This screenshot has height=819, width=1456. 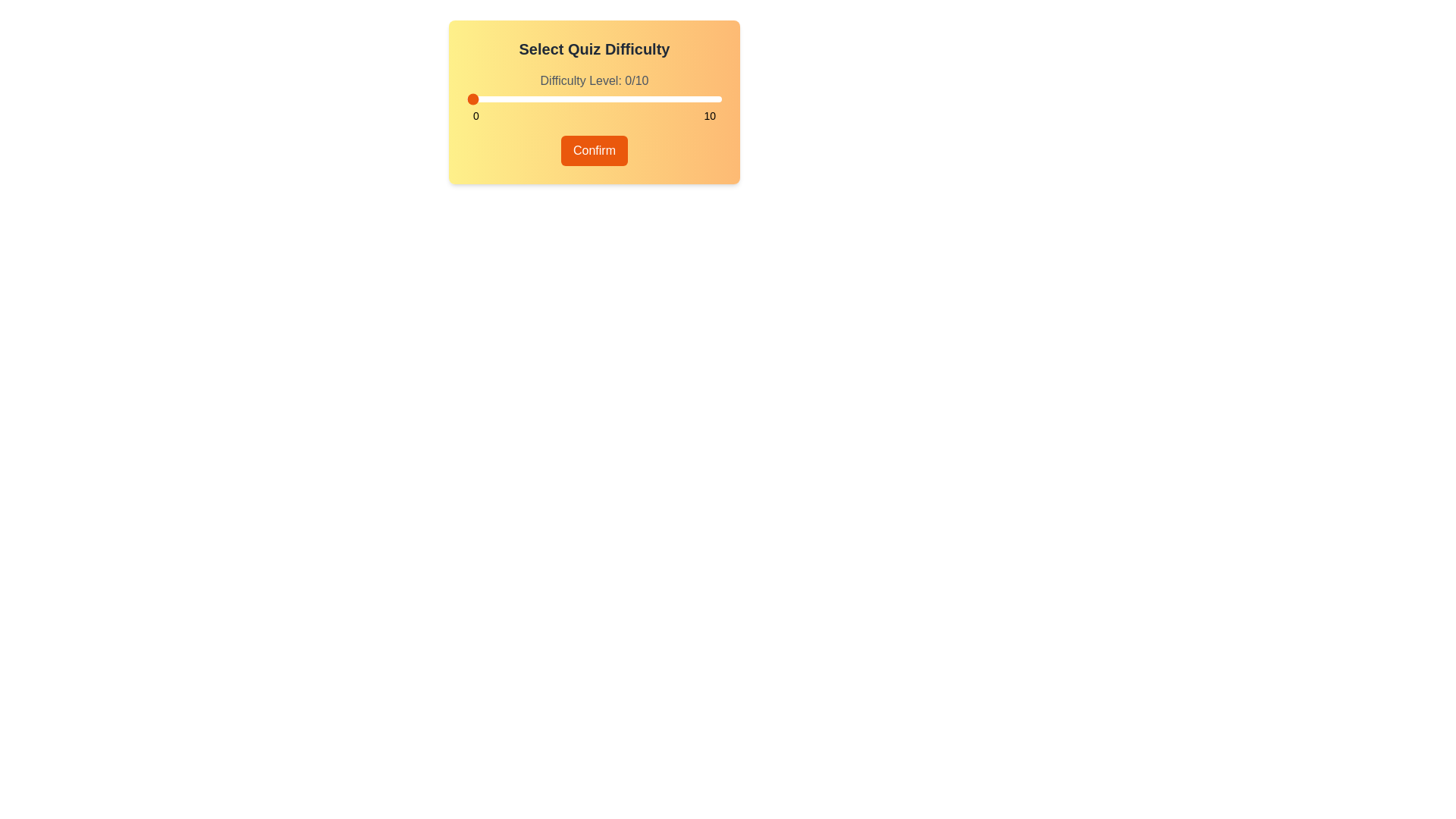 What do you see at coordinates (466, 99) in the screenshot?
I see `the difficulty level to 0 using the slider` at bounding box center [466, 99].